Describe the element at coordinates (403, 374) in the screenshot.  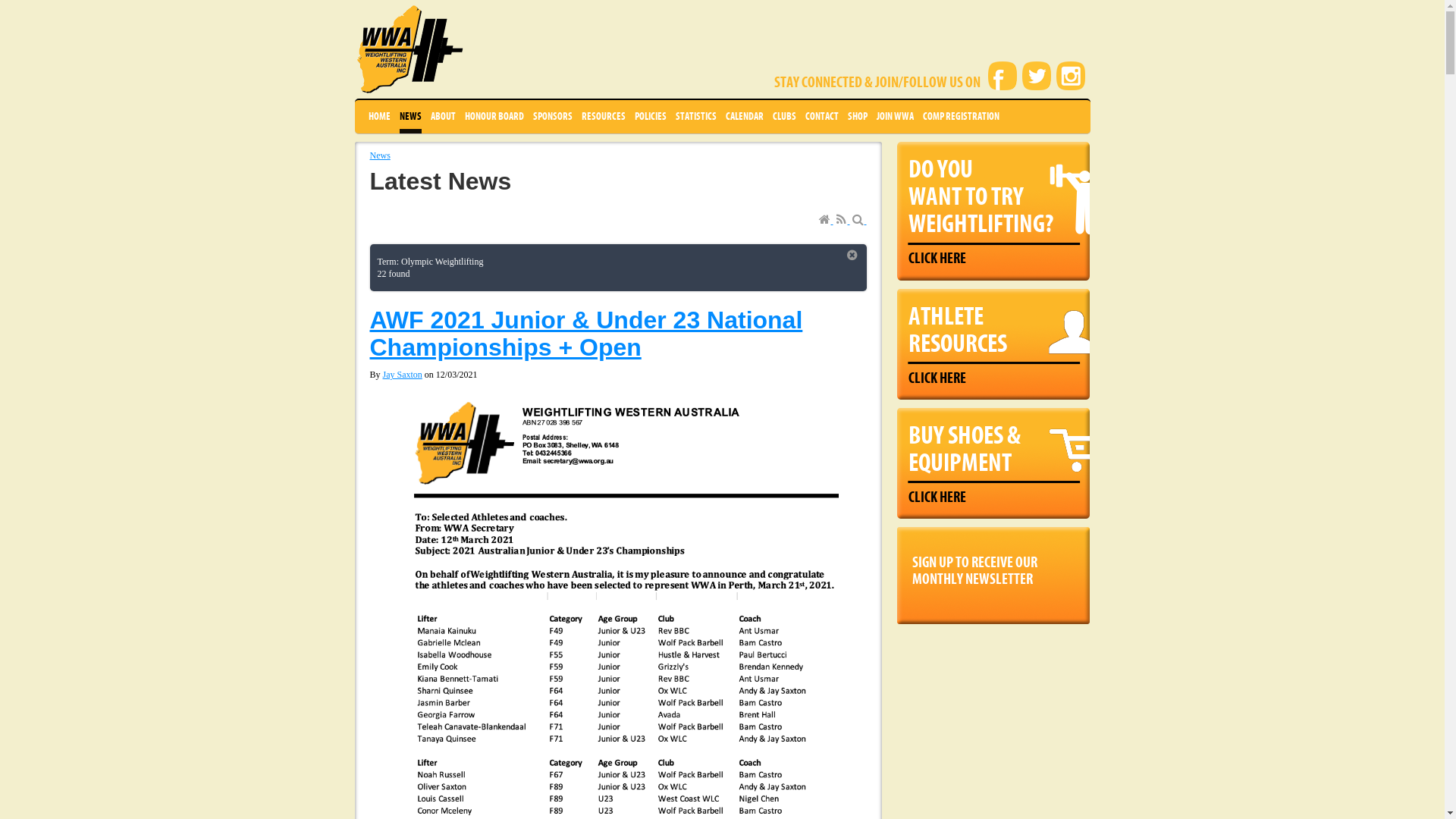
I see `'Jay Saxton'` at that location.